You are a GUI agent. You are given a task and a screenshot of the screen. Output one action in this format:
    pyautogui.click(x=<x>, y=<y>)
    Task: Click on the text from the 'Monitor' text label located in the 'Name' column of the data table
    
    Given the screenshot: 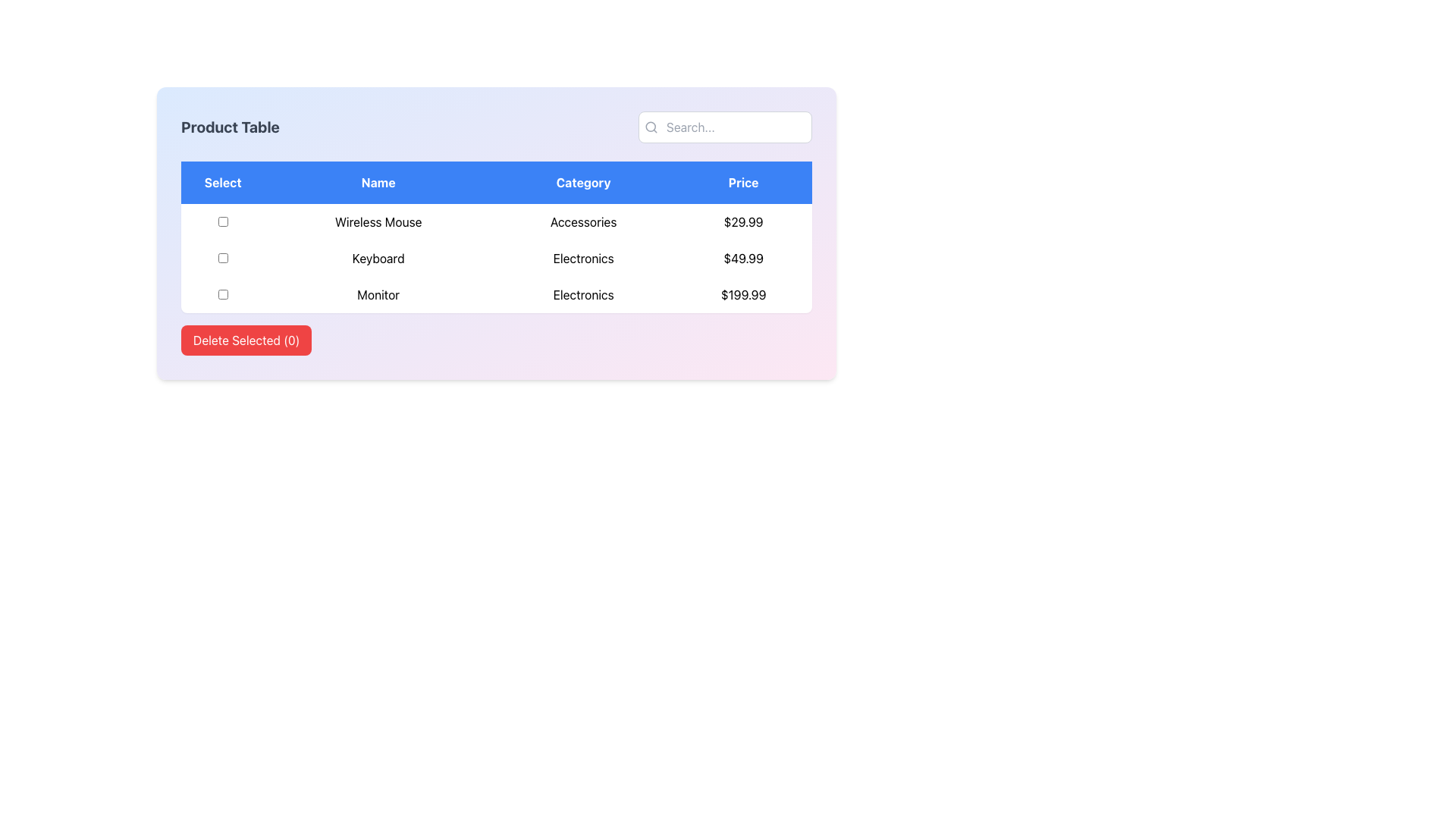 What is the action you would take?
    pyautogui.click(x=378, y=295)
    